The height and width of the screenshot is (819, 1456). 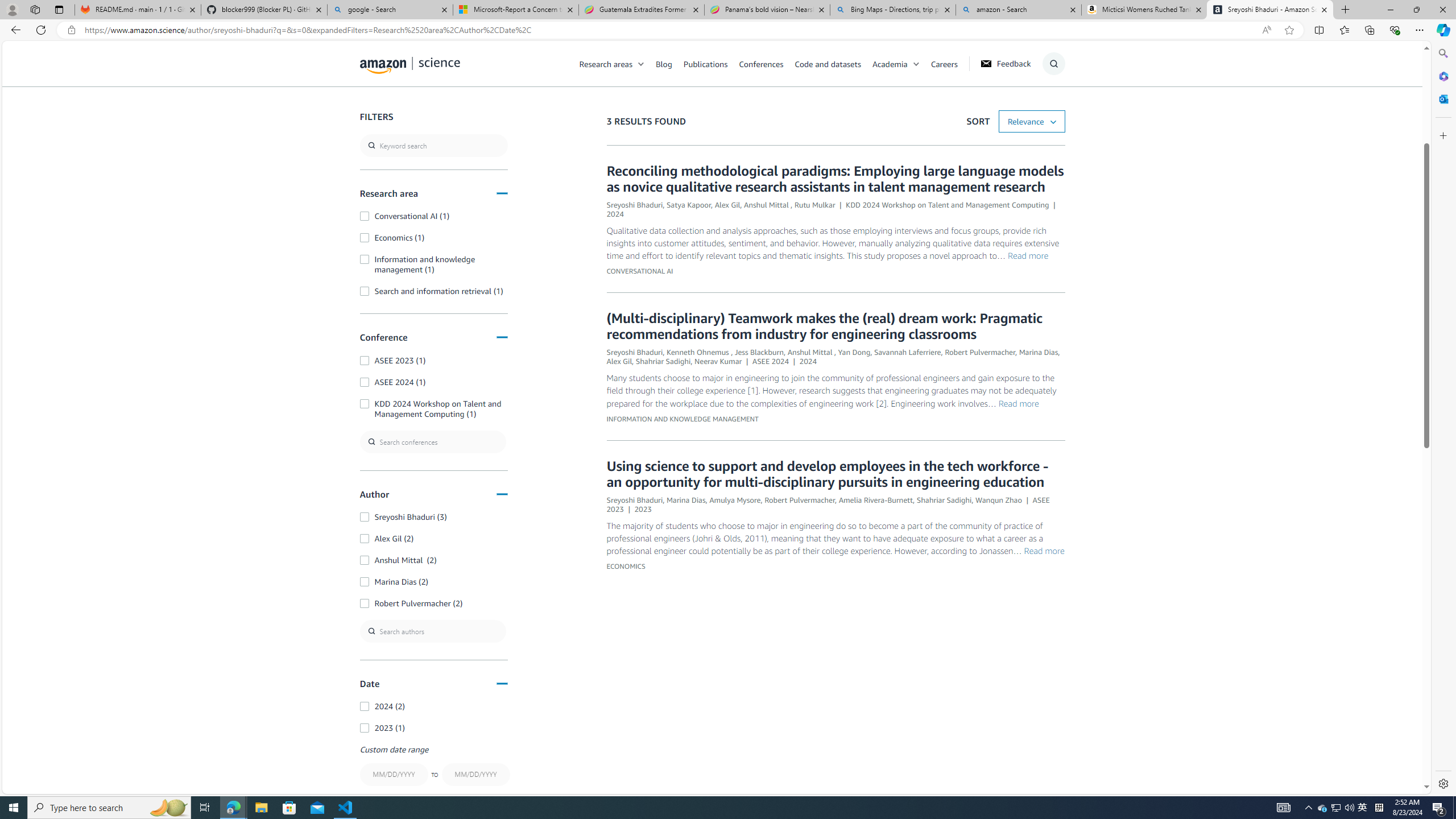 What do you see at coordinates (688, 205) in the screenshot?
I see `'Satya Kapoor'` at bounding box center [688, 205].